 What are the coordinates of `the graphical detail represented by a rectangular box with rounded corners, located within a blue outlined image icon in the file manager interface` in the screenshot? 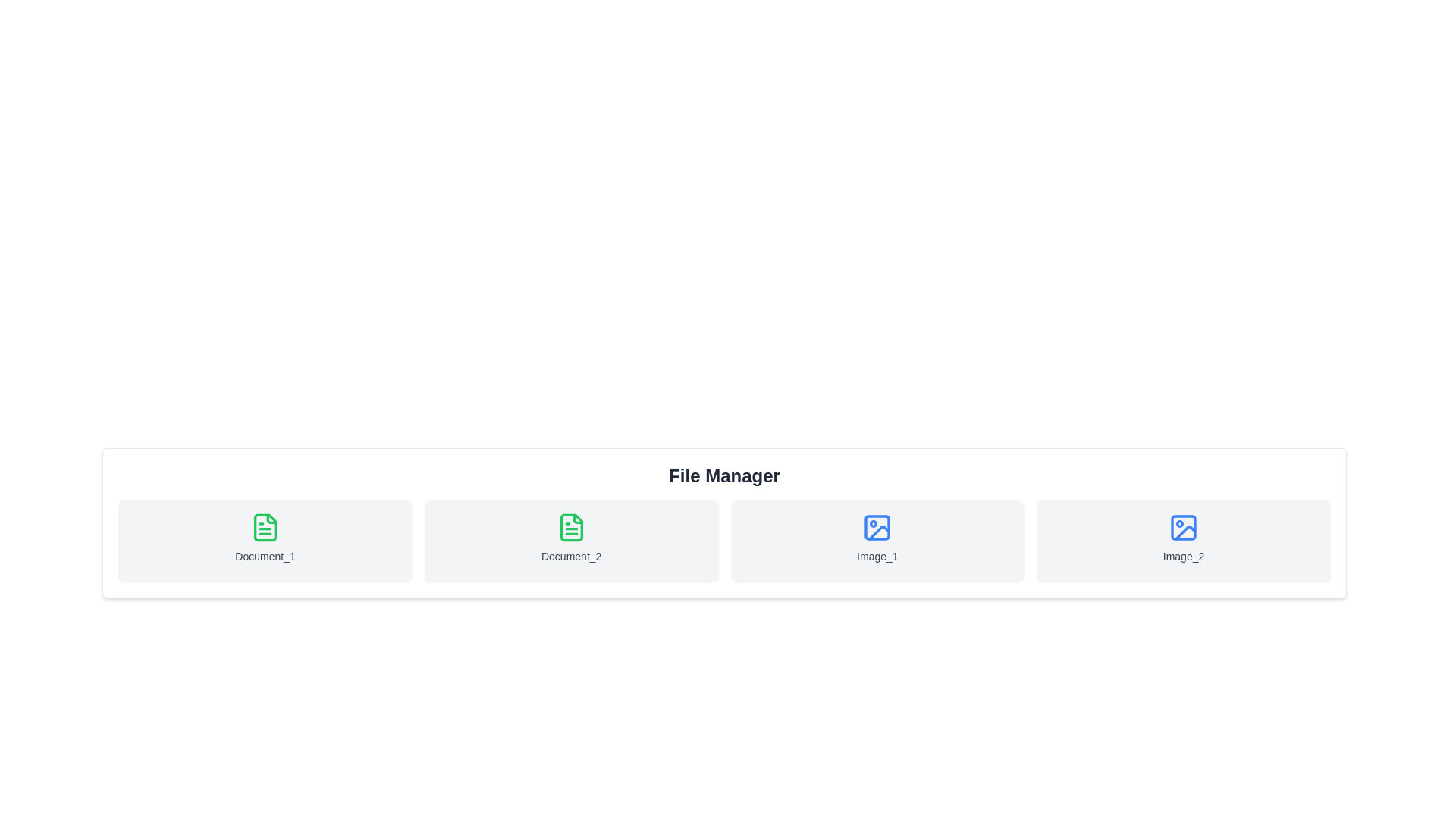 It's located at (877, 526).